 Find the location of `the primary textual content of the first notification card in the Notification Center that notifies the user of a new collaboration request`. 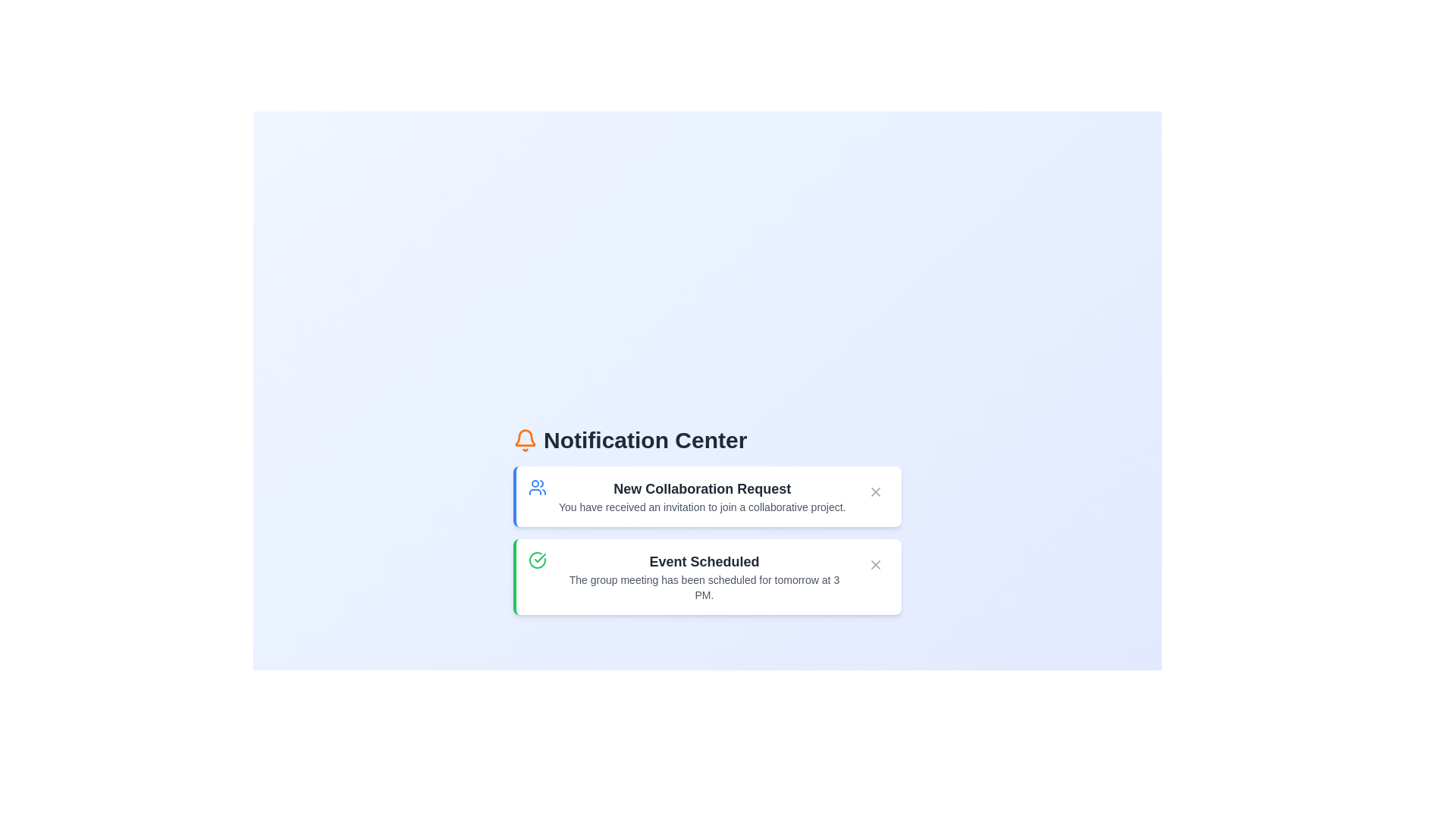

the primary textual content of the first notification card in the Notification Center that notifies the user of a new collaboration request is located at coordinates (701, 497).